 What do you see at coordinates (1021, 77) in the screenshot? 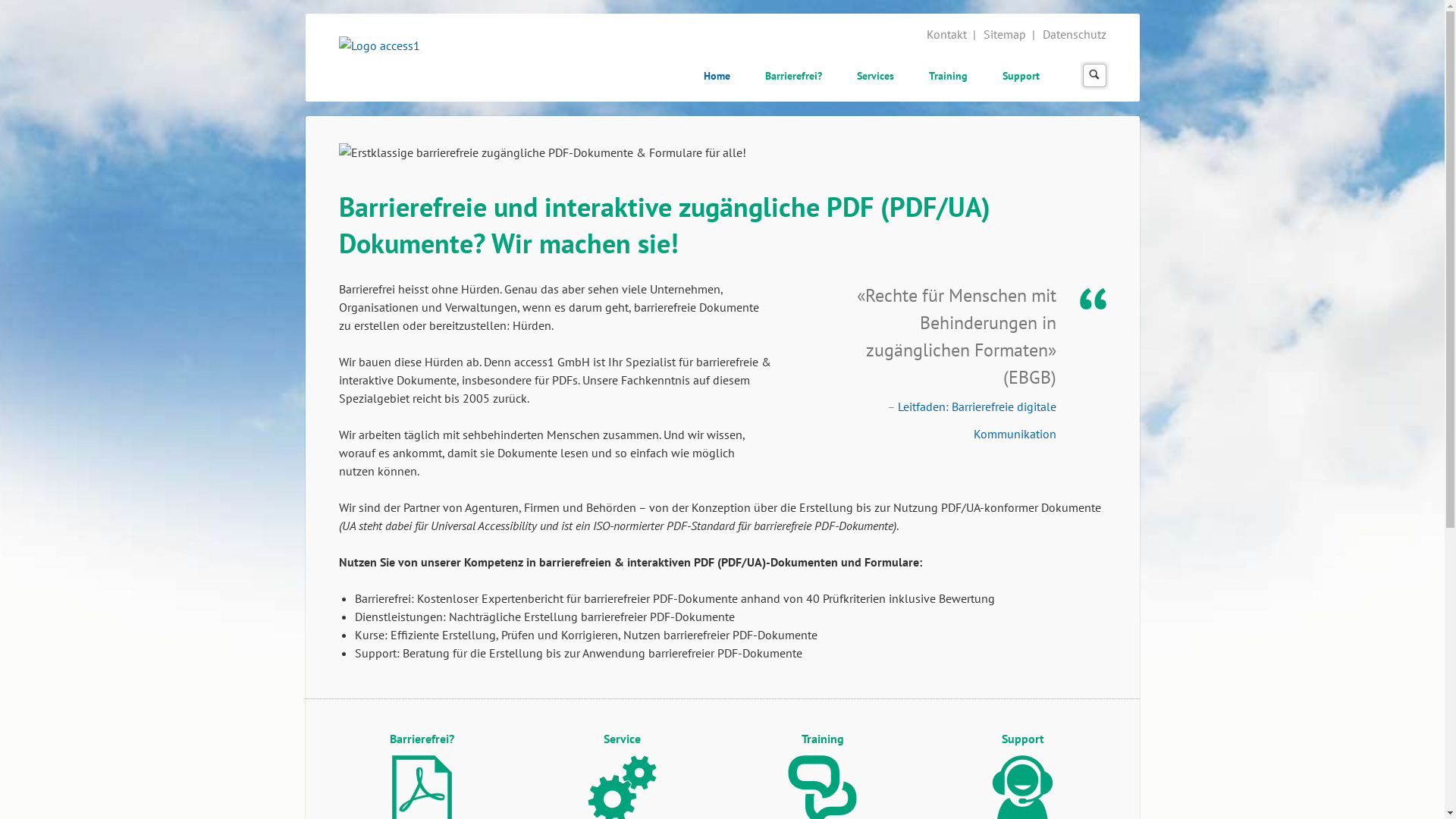
I see `'Support'` at bounding box center [1021, 77].